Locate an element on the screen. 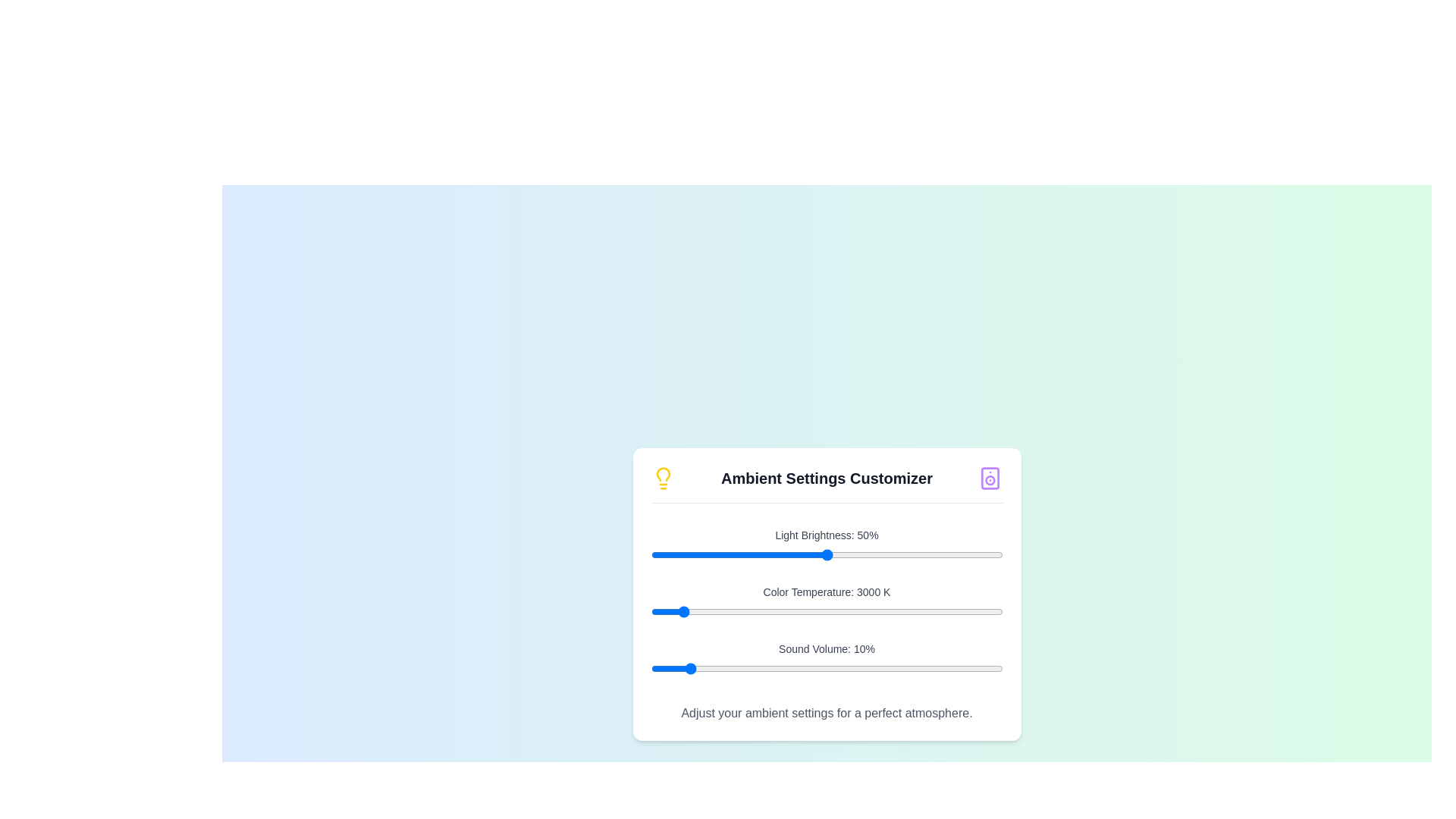 This screenshot has height=819, width=1456. the sound volume is located at coordinates (952, 668).